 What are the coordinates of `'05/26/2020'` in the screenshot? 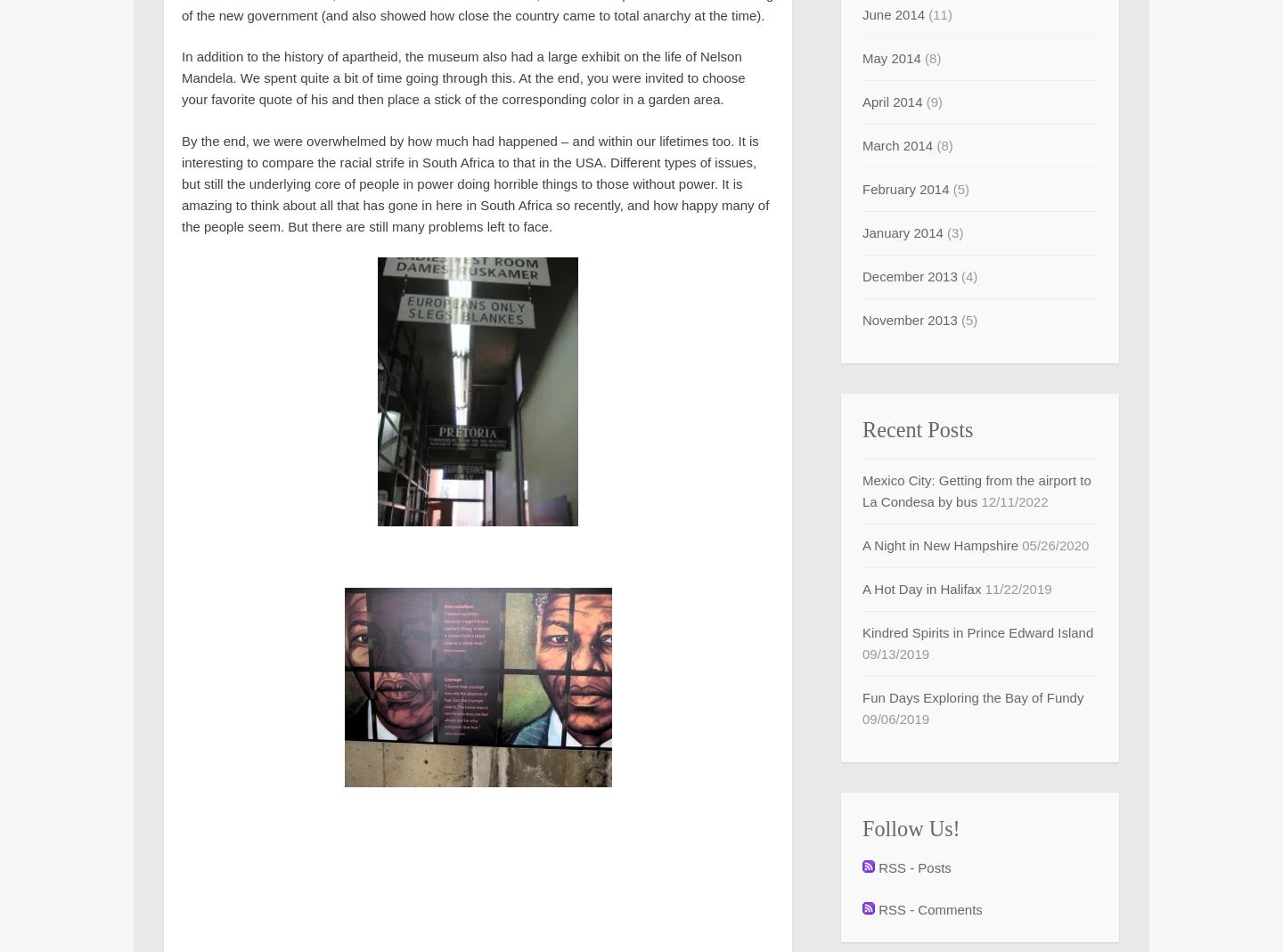 It's located at (1055, 545).